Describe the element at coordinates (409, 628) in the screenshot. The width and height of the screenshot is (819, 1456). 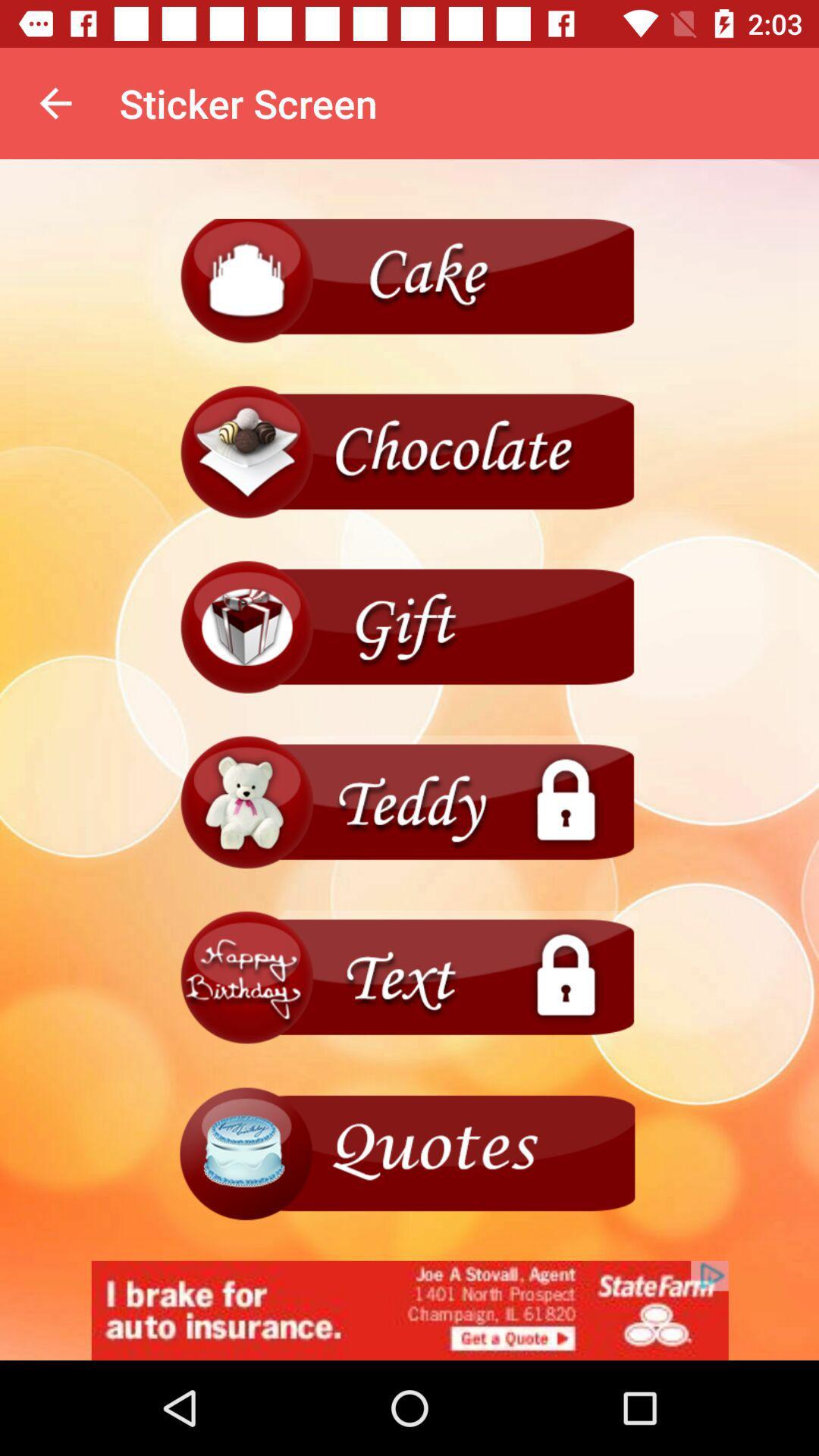
I see `option` at that location.